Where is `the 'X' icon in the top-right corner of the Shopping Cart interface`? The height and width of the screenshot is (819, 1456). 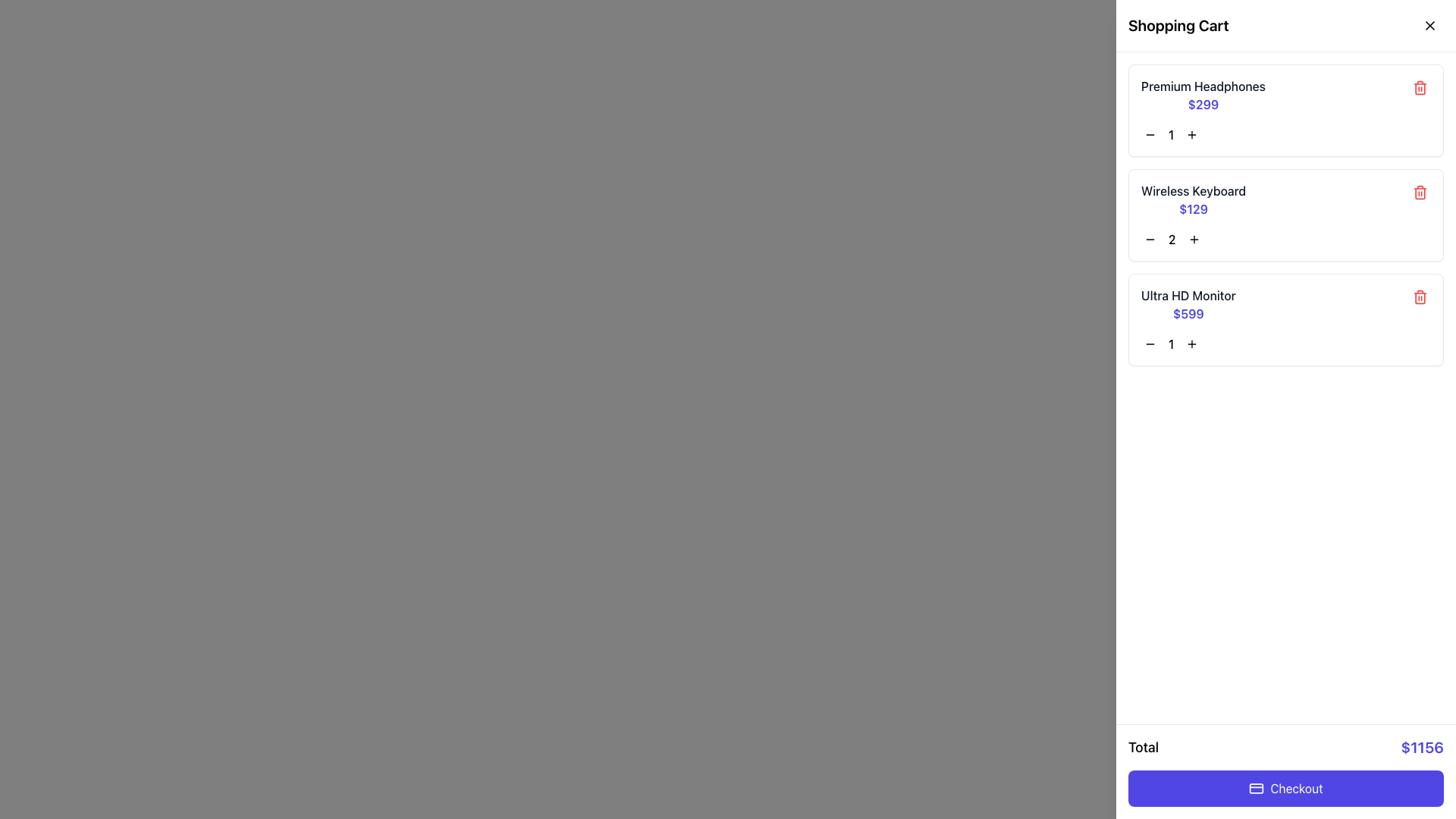 the 'X' icon in the top-right corner of the Shopping Cart interface is located at coordinates (1429, 26).